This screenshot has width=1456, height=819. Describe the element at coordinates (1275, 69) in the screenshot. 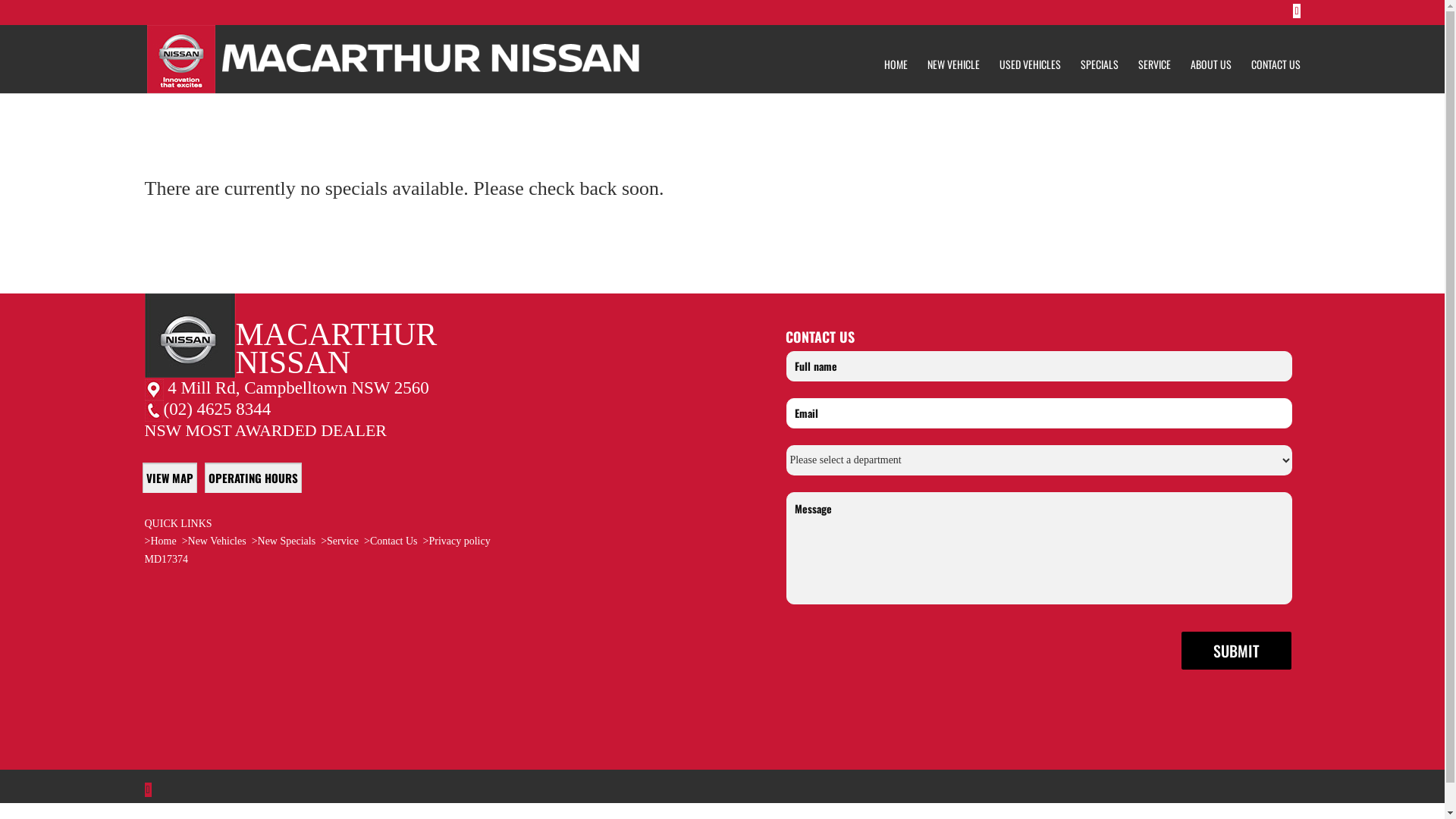

I see `'CONTACT US'` at that location.